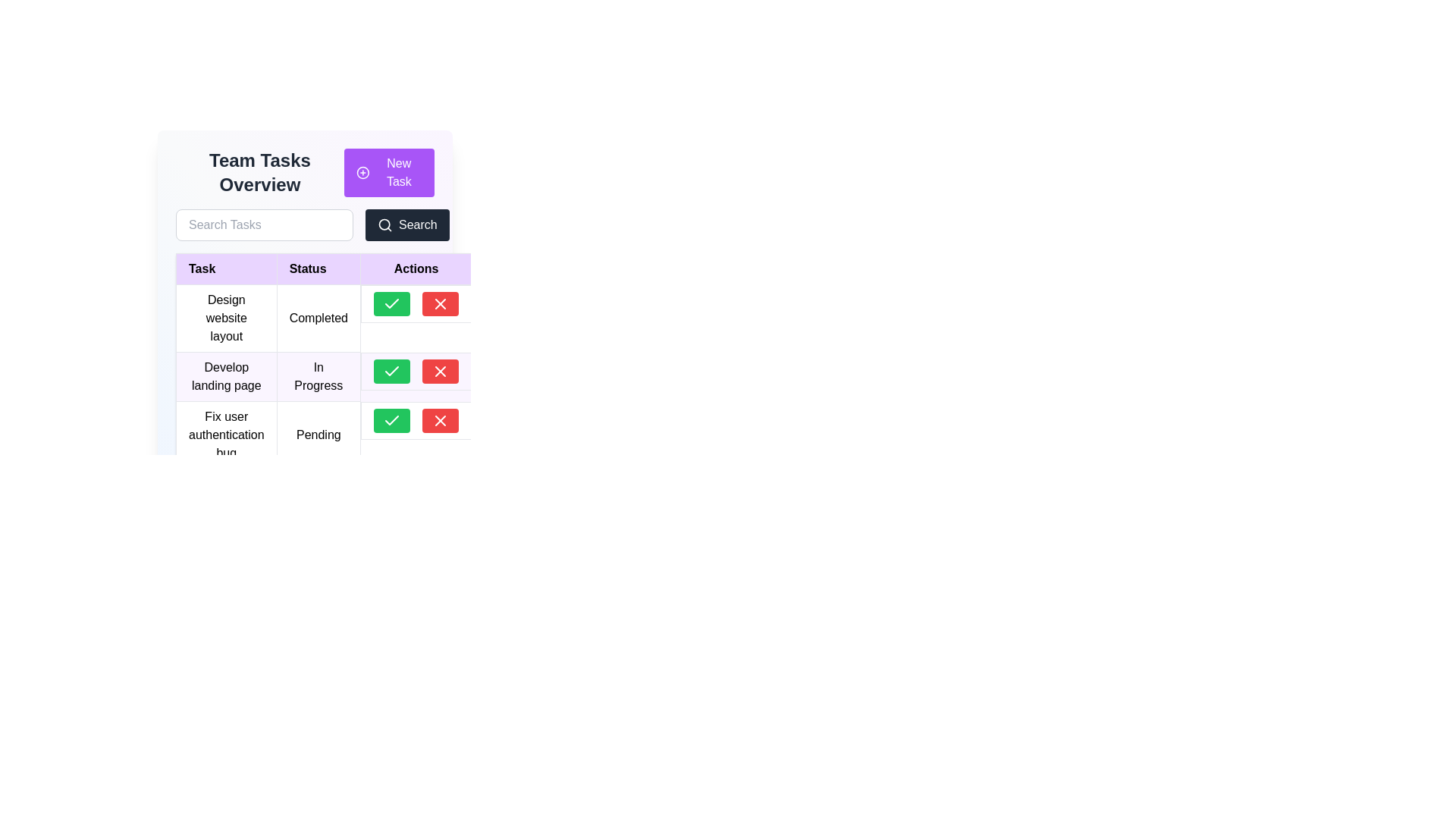 Image resolution: width=1456 pixels, height=819 pixels. I want to click on the circular checkmark icon button in the Actions column of the third row to confirm the task 'Fix user authentication bug', so click(392, 420).